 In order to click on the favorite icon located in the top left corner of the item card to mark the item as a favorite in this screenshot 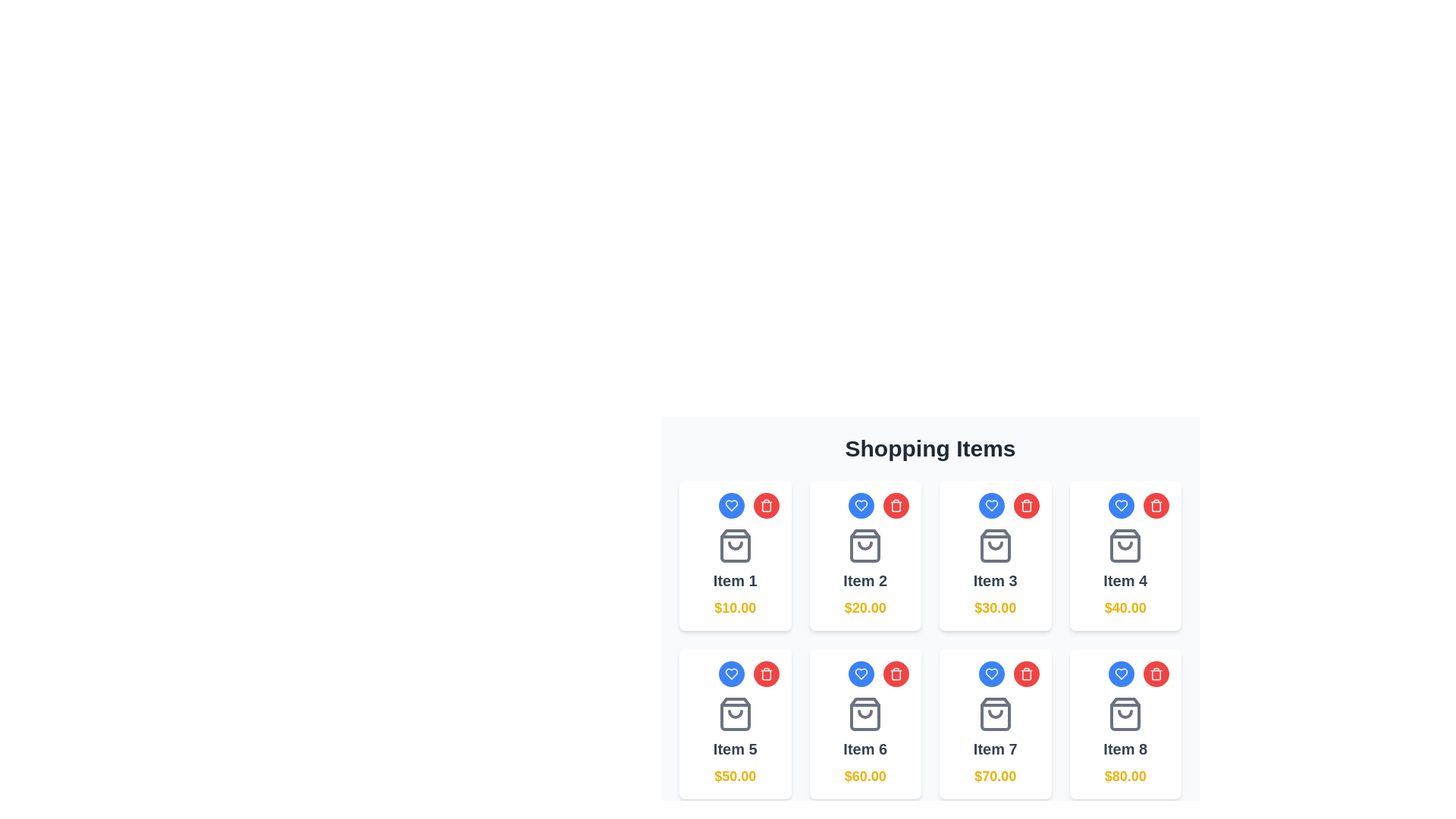, I will do `click(731, 673)`.